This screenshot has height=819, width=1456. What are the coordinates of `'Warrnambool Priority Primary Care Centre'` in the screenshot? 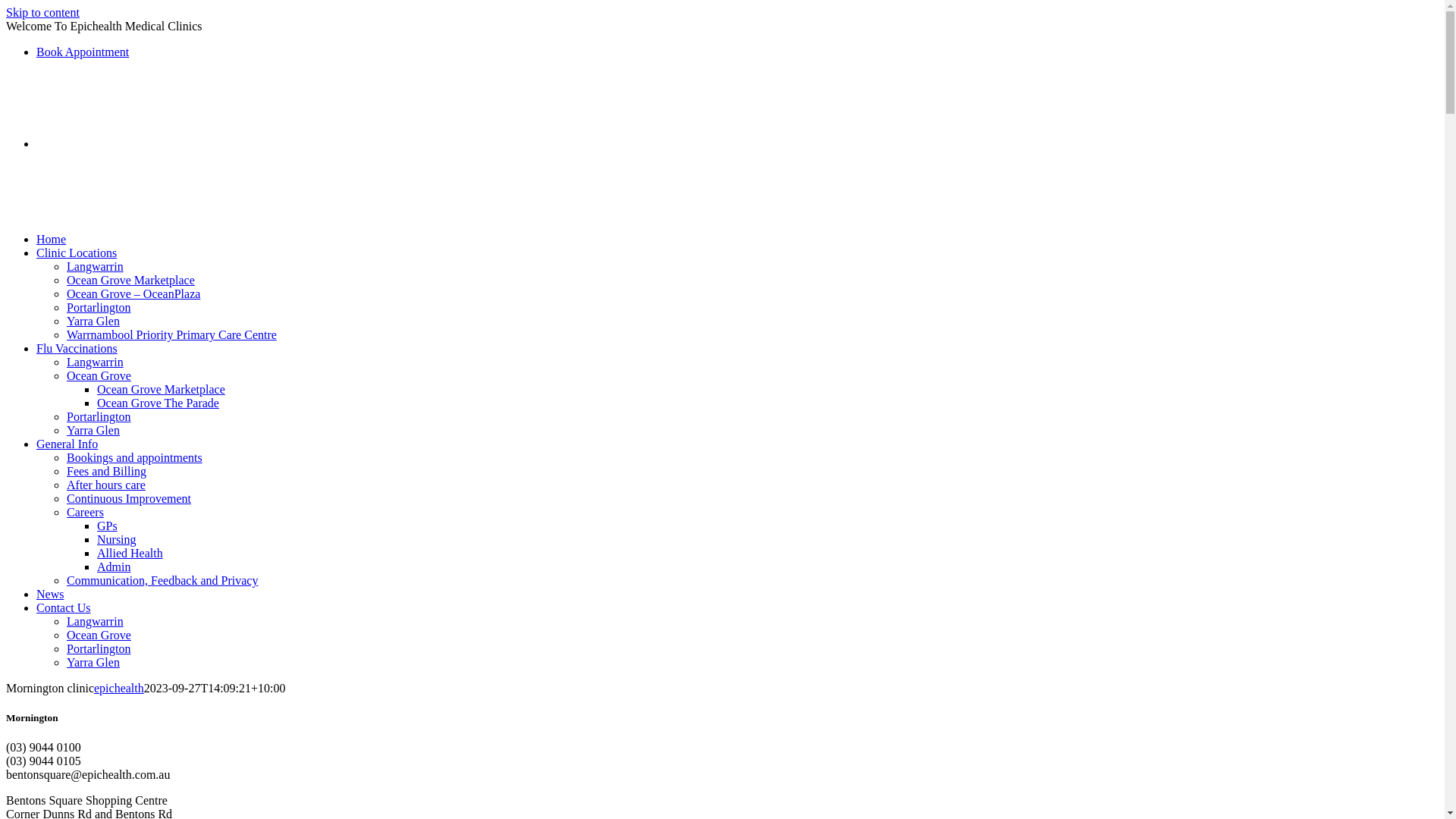 It's located at (171, 334).